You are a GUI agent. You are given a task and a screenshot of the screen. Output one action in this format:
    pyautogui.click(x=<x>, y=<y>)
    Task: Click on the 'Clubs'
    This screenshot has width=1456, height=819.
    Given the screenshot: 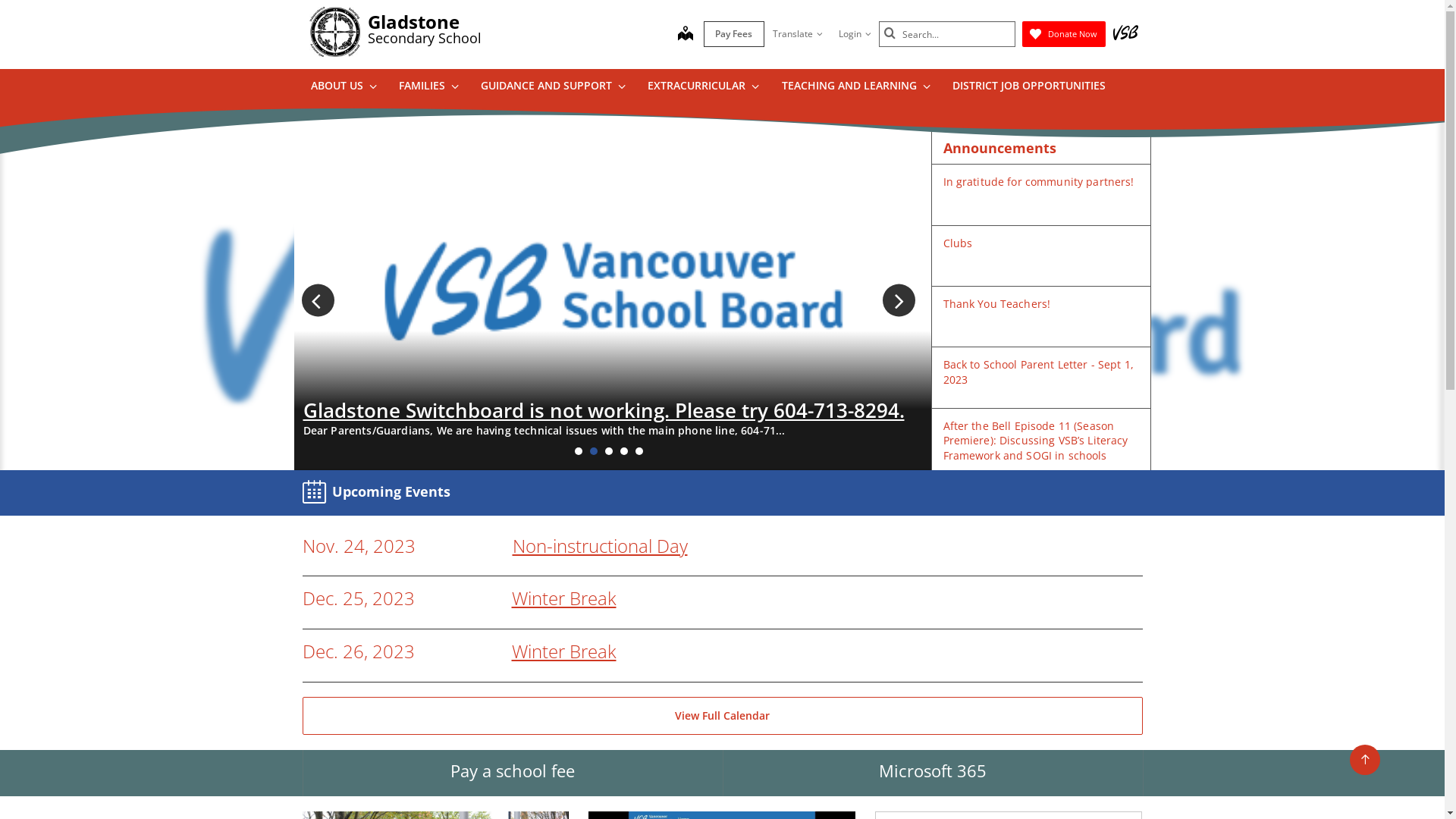 What is the action you would take?
    pyautogui.click(x=957, y=242)
    